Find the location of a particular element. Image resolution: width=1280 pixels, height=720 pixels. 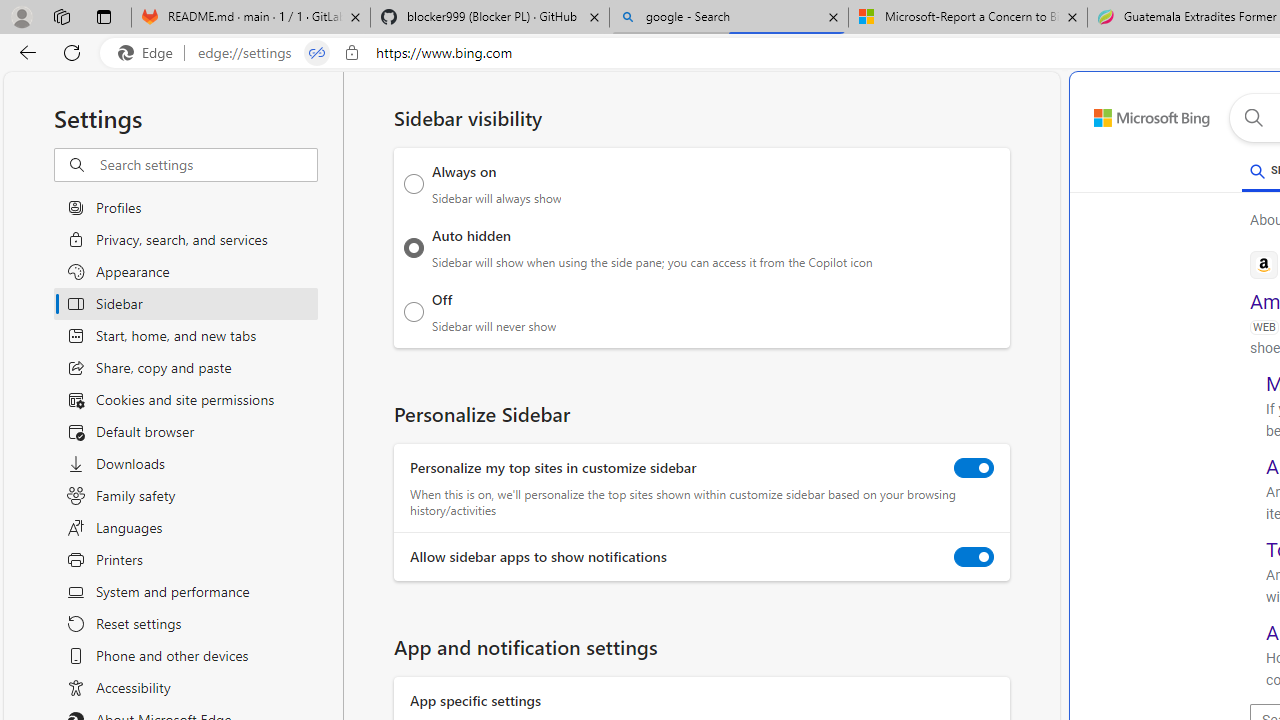

'Always on Sidebar will always show' is located at coordinates (413, 183).